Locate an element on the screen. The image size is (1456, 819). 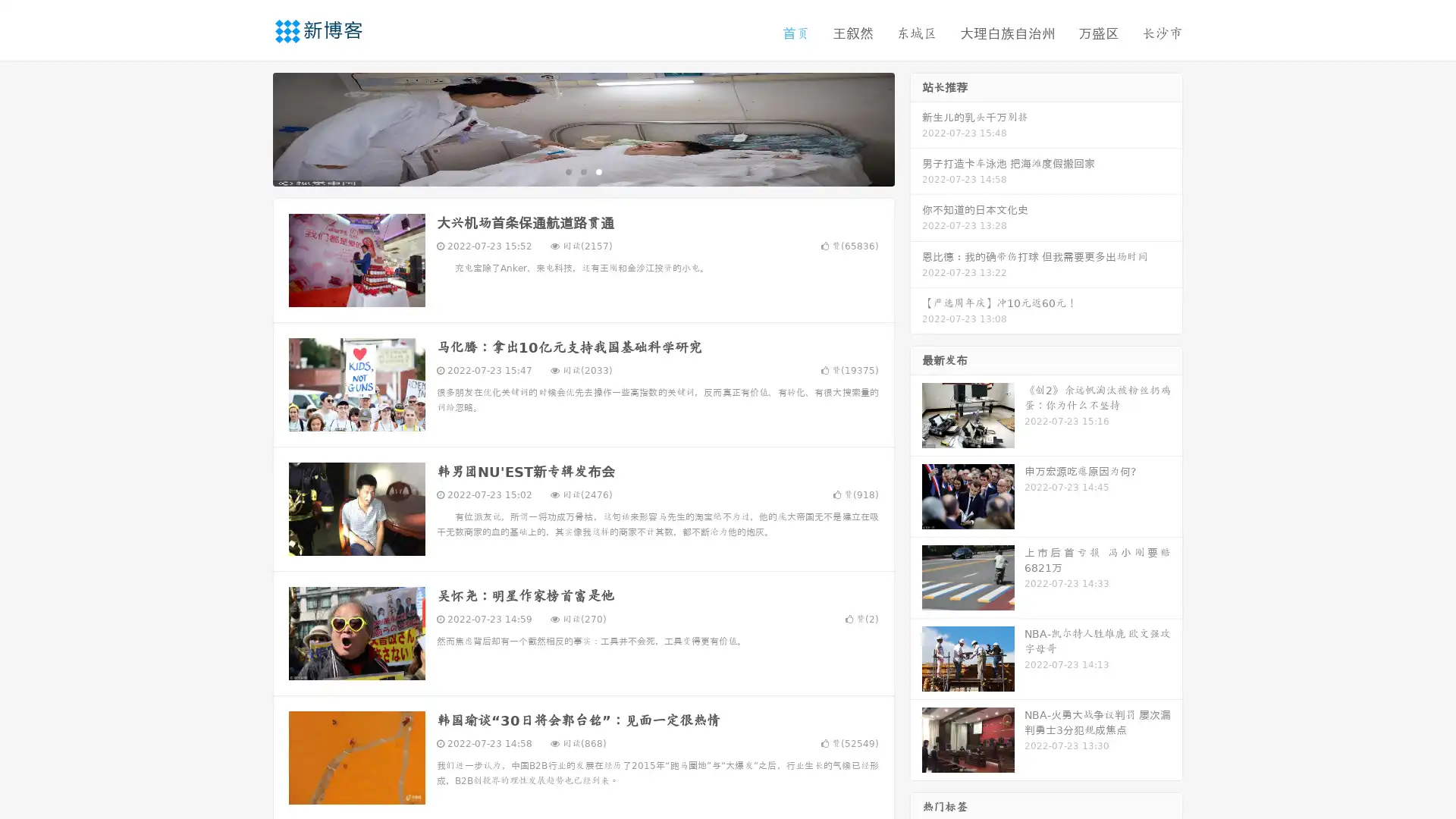
Go to slide 2 is located at coordinates (582, 171).